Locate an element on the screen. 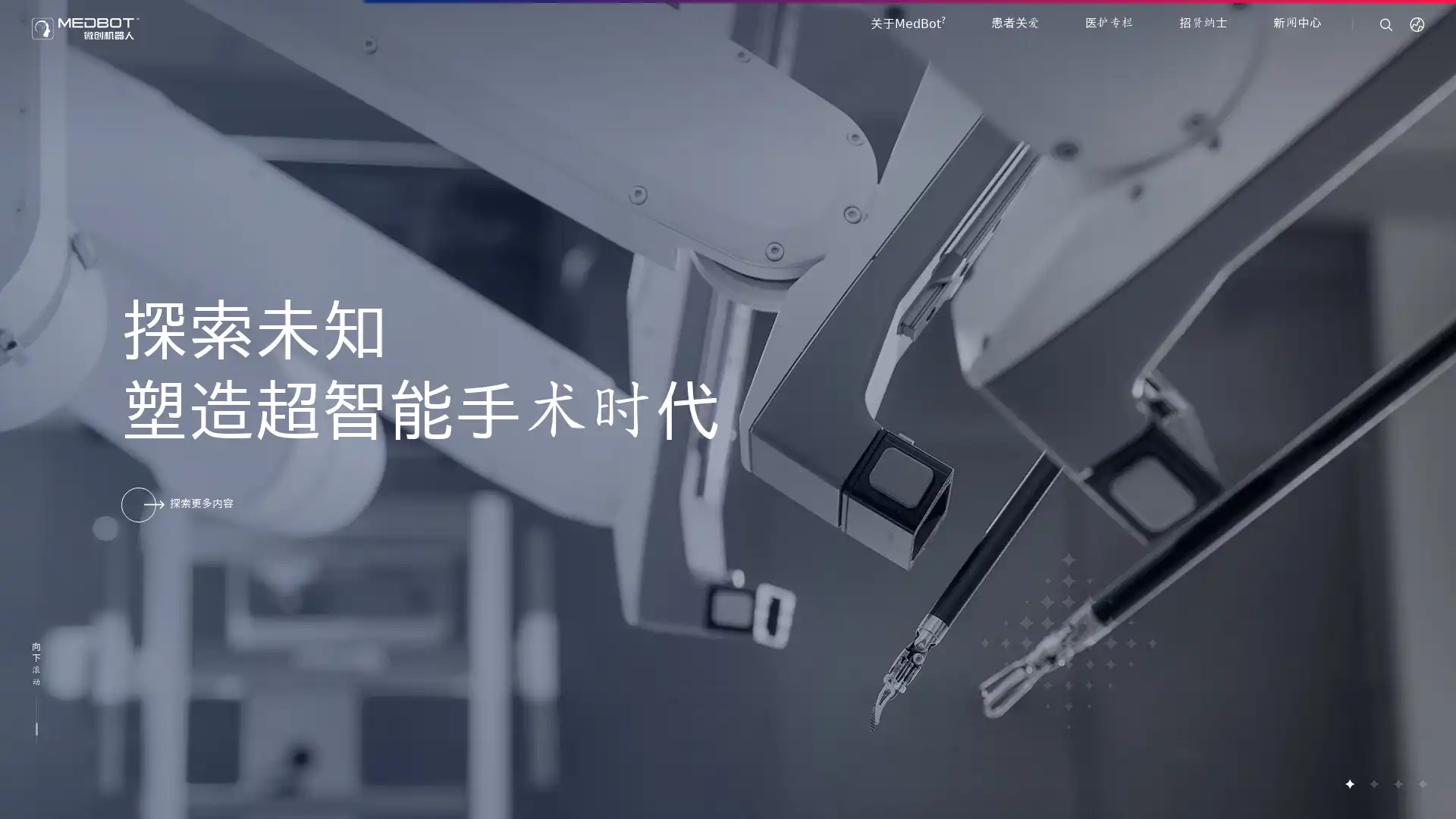  Go to slide 1 is located at coordinates (1349, 783).